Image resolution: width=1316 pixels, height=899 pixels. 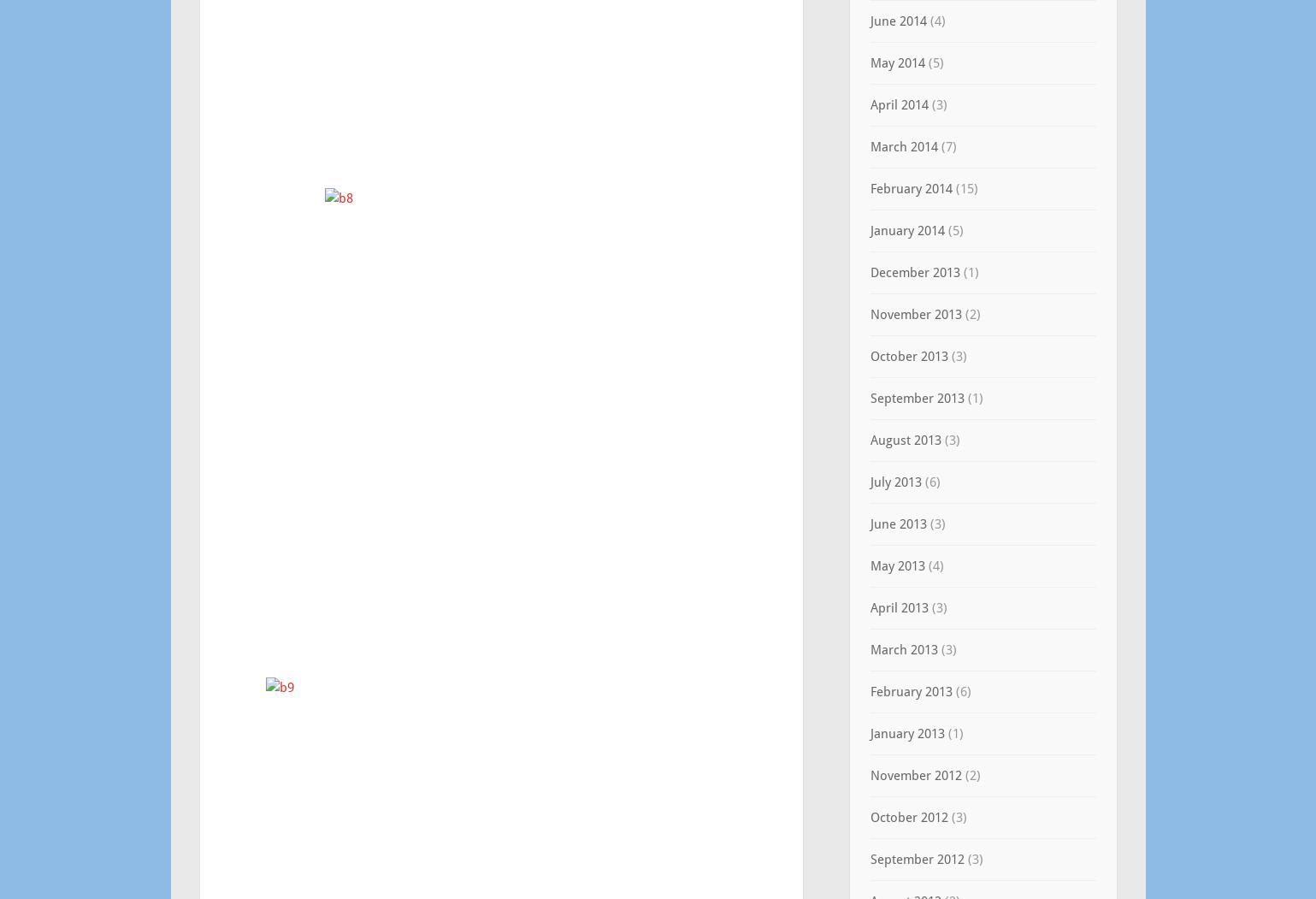 I want to click on 'September 2012', so click(x=916, y=859).